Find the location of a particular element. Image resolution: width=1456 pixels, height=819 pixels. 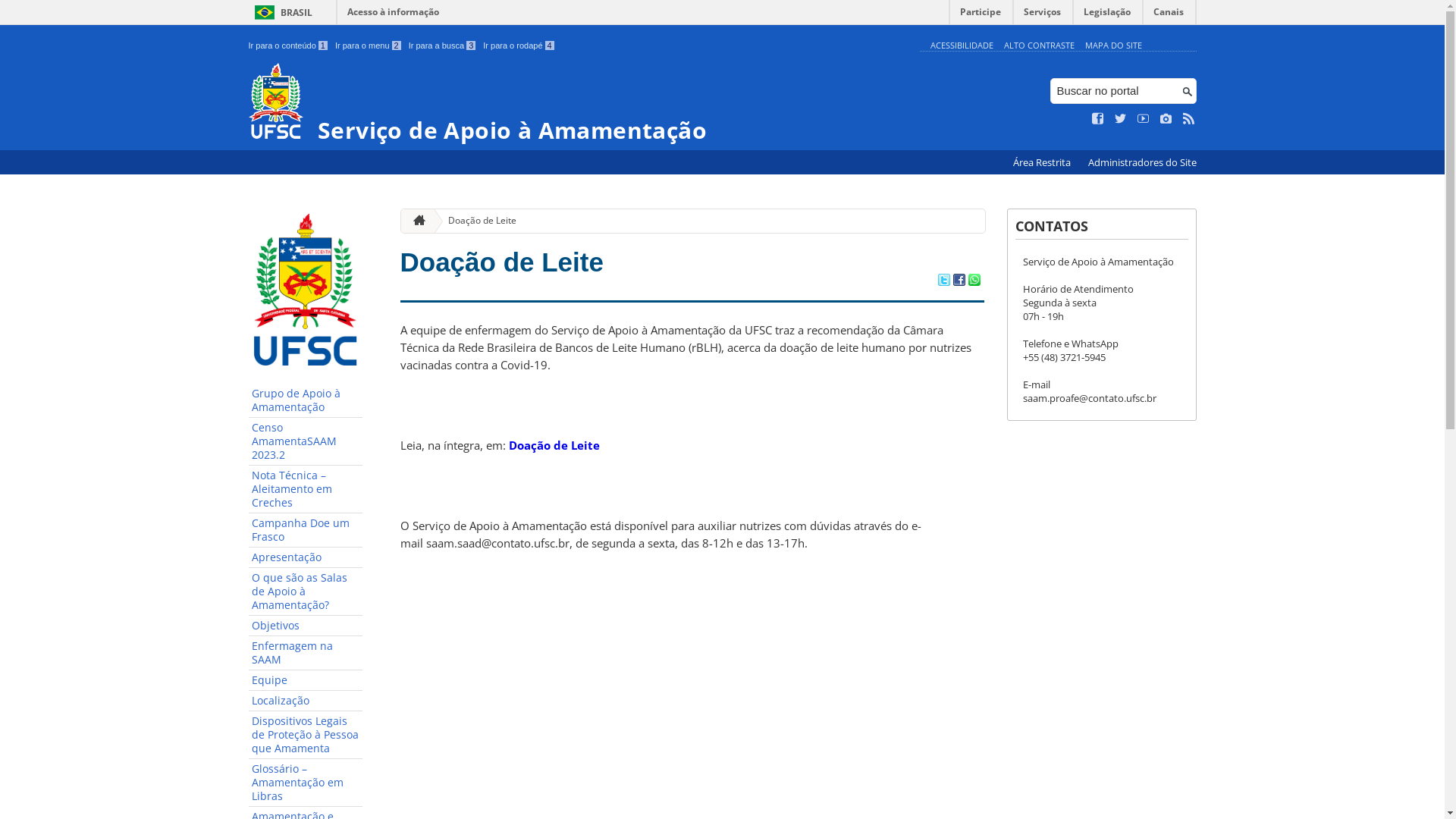

'Campanha Doe um Frasco' is located at coordinates (305, 529).